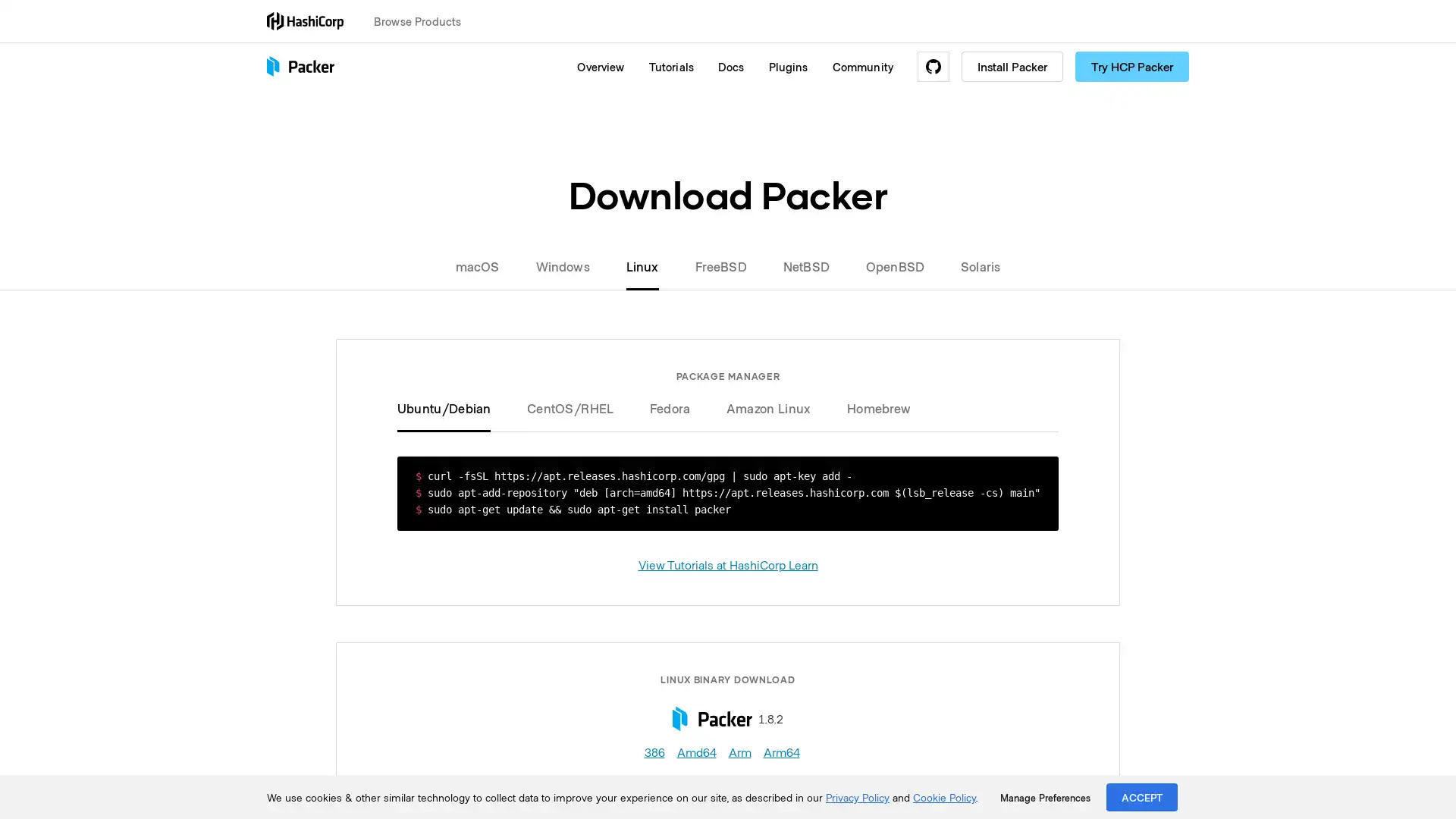  Describe the element at coordinates (642, 265) in the screenshot. I see `Linux` at that location.